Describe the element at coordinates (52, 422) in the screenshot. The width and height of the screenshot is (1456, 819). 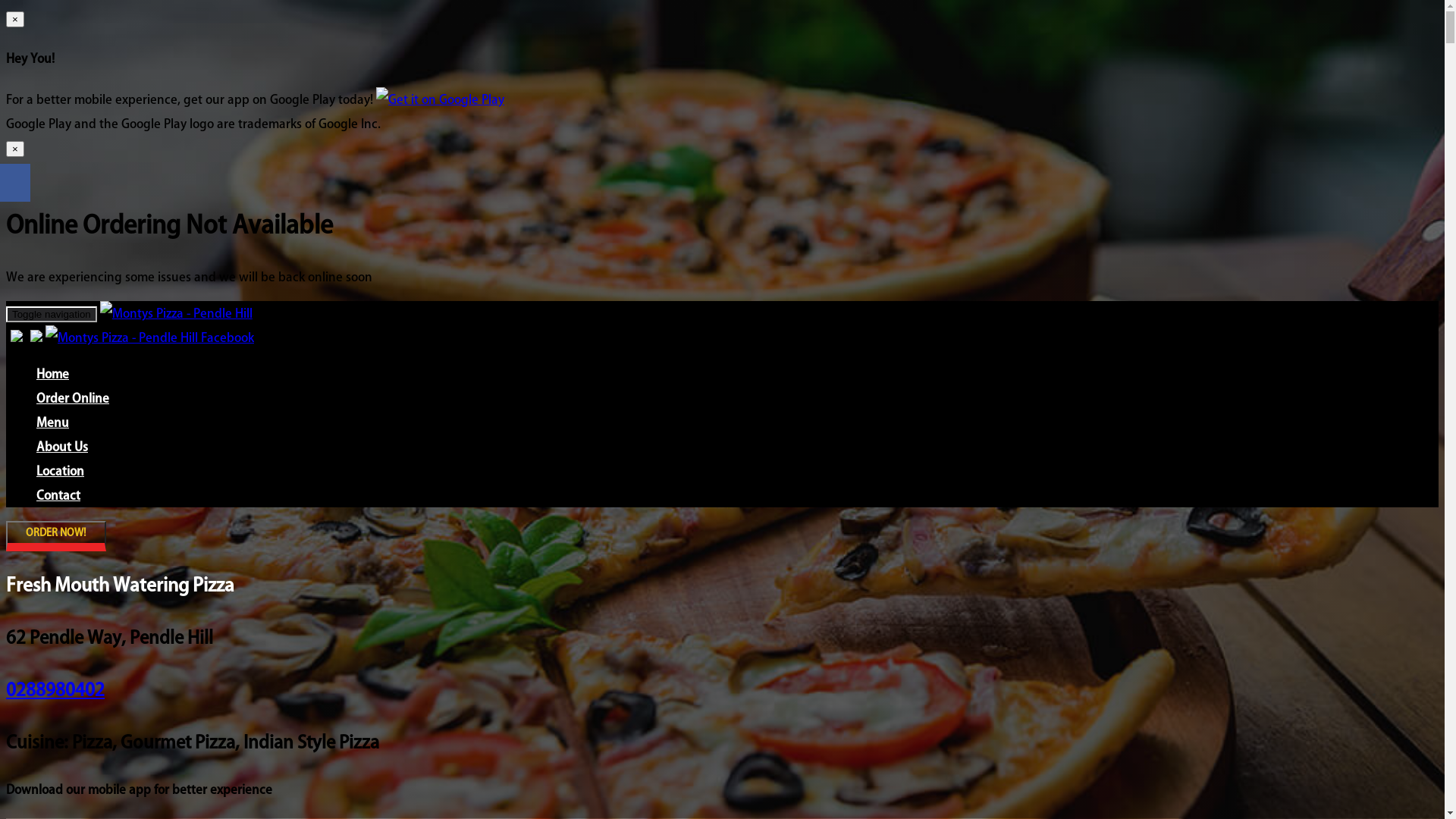
I see `'Menu'` at that location.